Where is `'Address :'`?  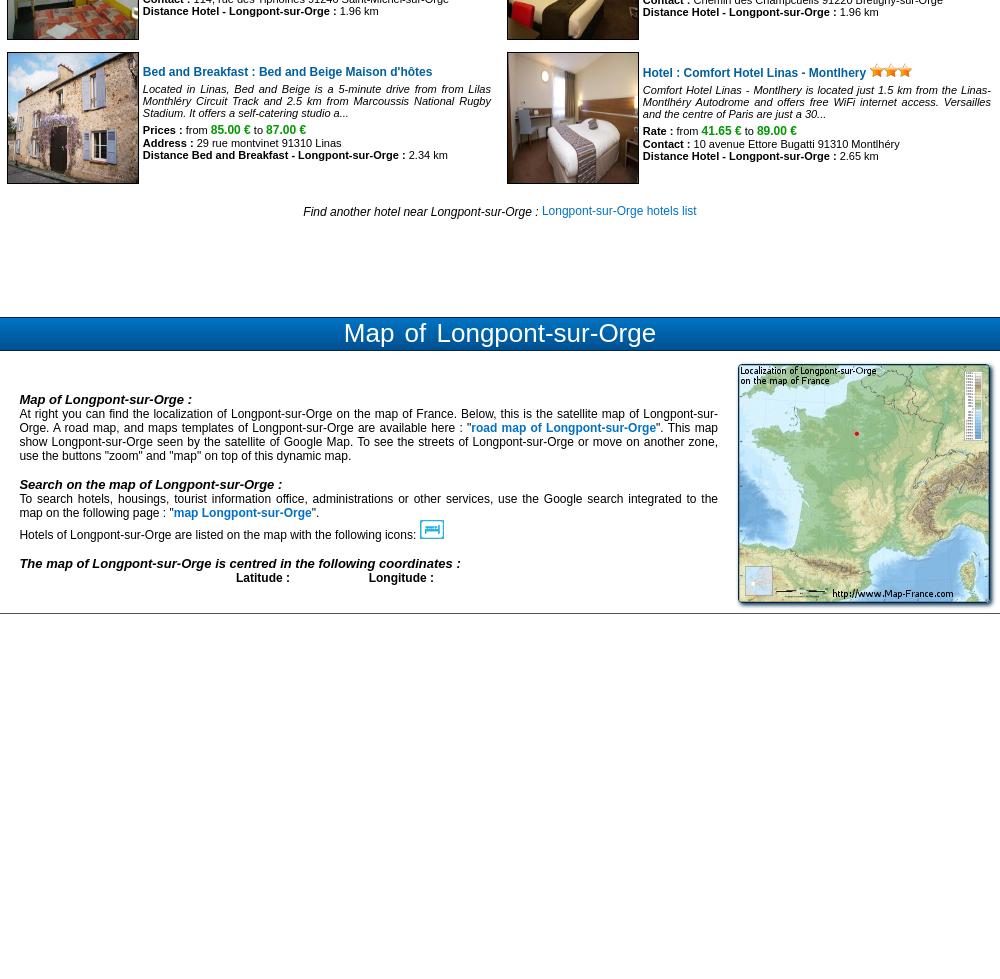 'Address :' is located at coordinates (169, 141).